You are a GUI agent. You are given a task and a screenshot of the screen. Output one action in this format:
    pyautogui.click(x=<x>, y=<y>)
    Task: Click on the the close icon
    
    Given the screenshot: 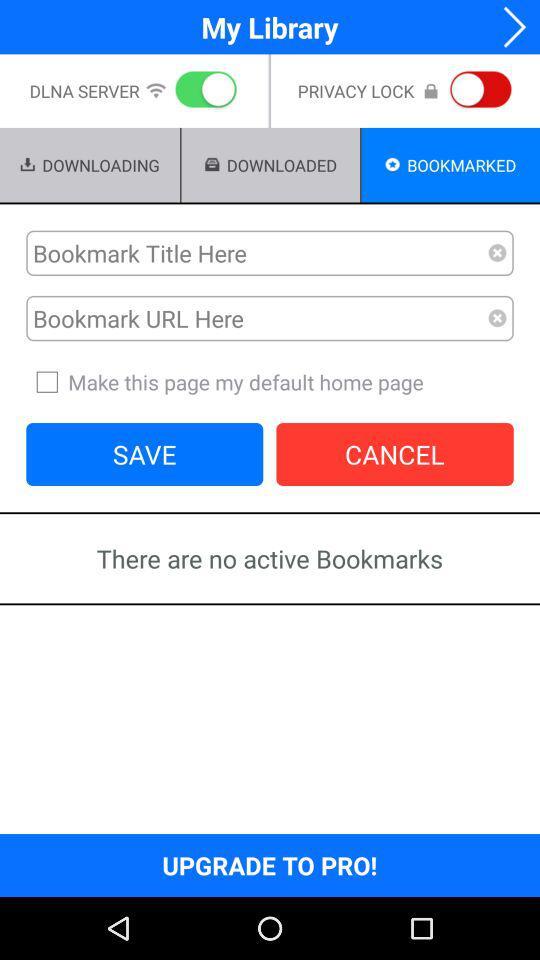 What is the action you would take?
    pyautogui.click(x=496, y=270)
    